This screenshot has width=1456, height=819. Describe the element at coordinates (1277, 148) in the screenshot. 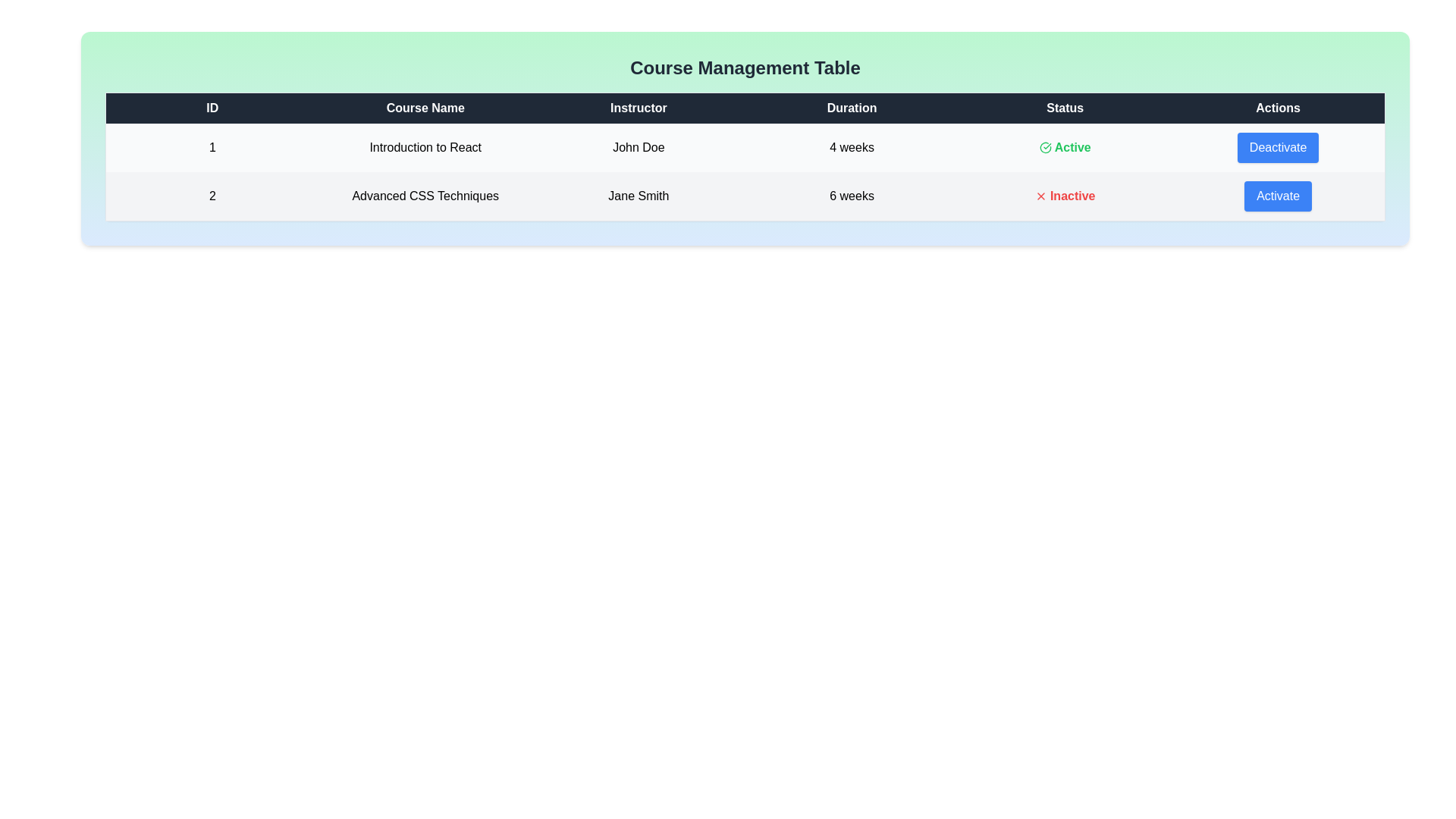

I see `the blue 'Deactivate' button with rounded corners to observe the color change in its hover state` at that location.